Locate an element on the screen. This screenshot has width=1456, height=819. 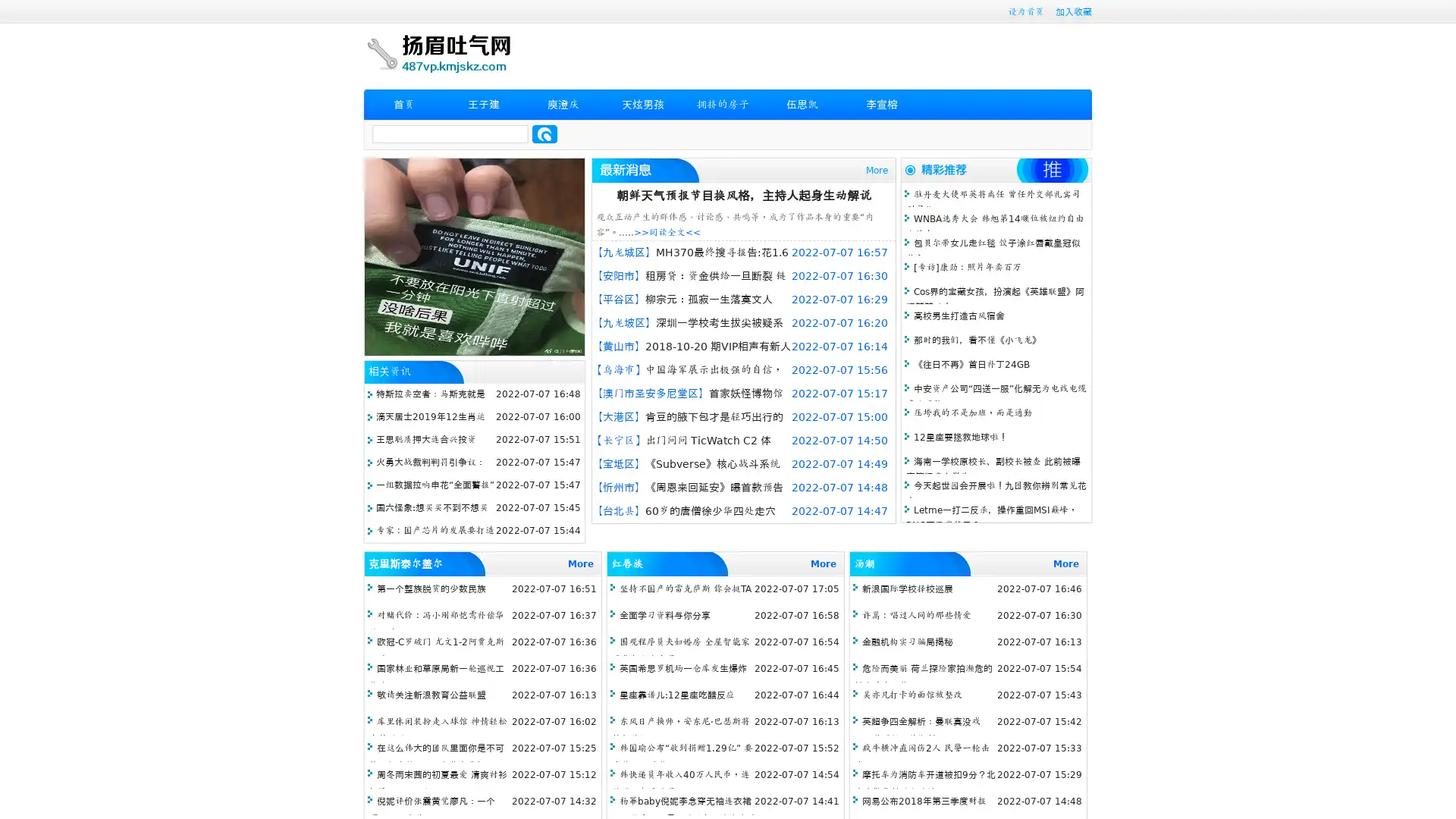
Search is located at coordinates (544, 133).